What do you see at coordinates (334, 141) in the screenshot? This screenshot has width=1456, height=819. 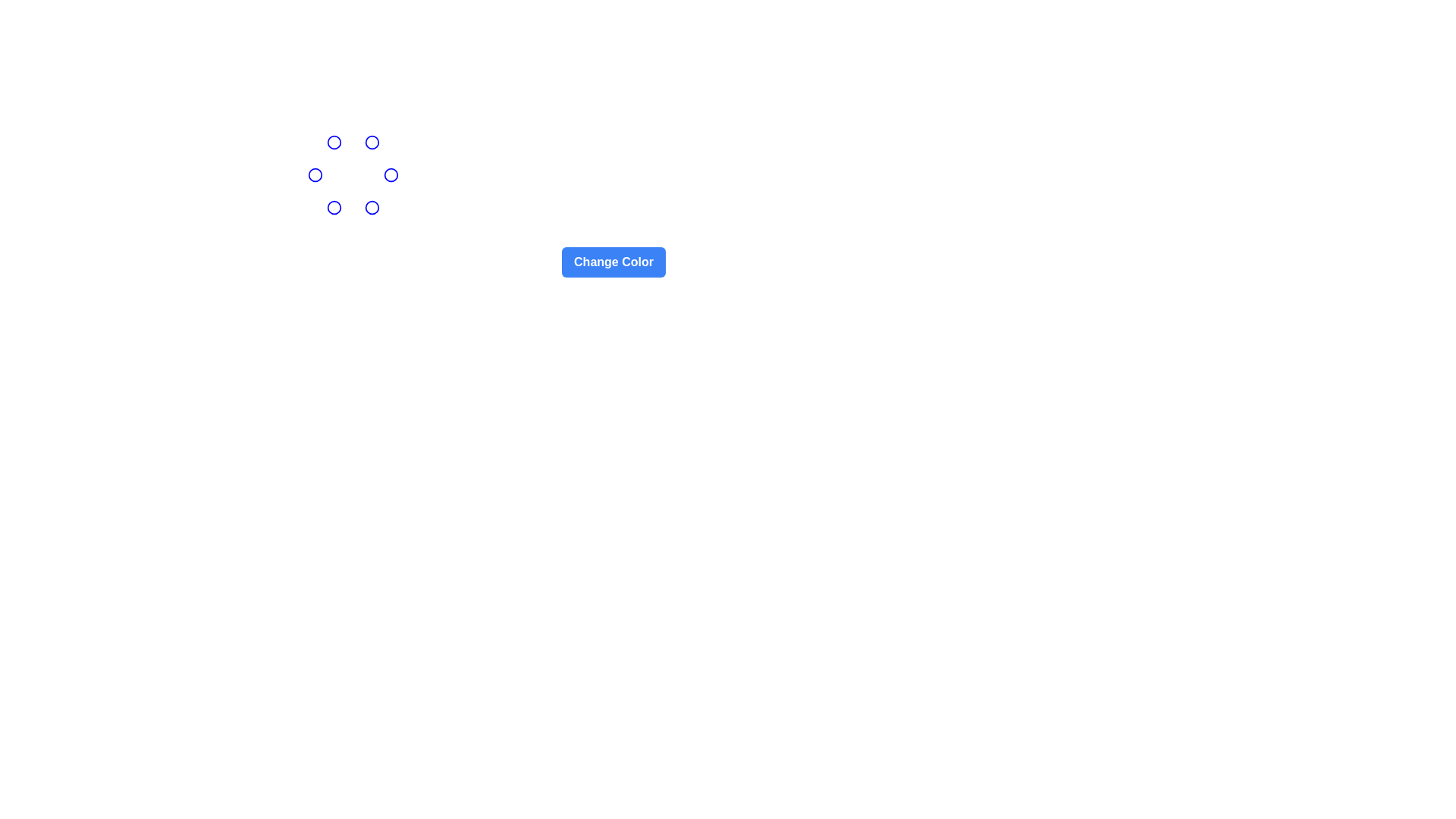 I see `the Decorative Circle, which is the first element in a grouping of circles located at the top-left area of the interface` at bounding box center [334, 141].